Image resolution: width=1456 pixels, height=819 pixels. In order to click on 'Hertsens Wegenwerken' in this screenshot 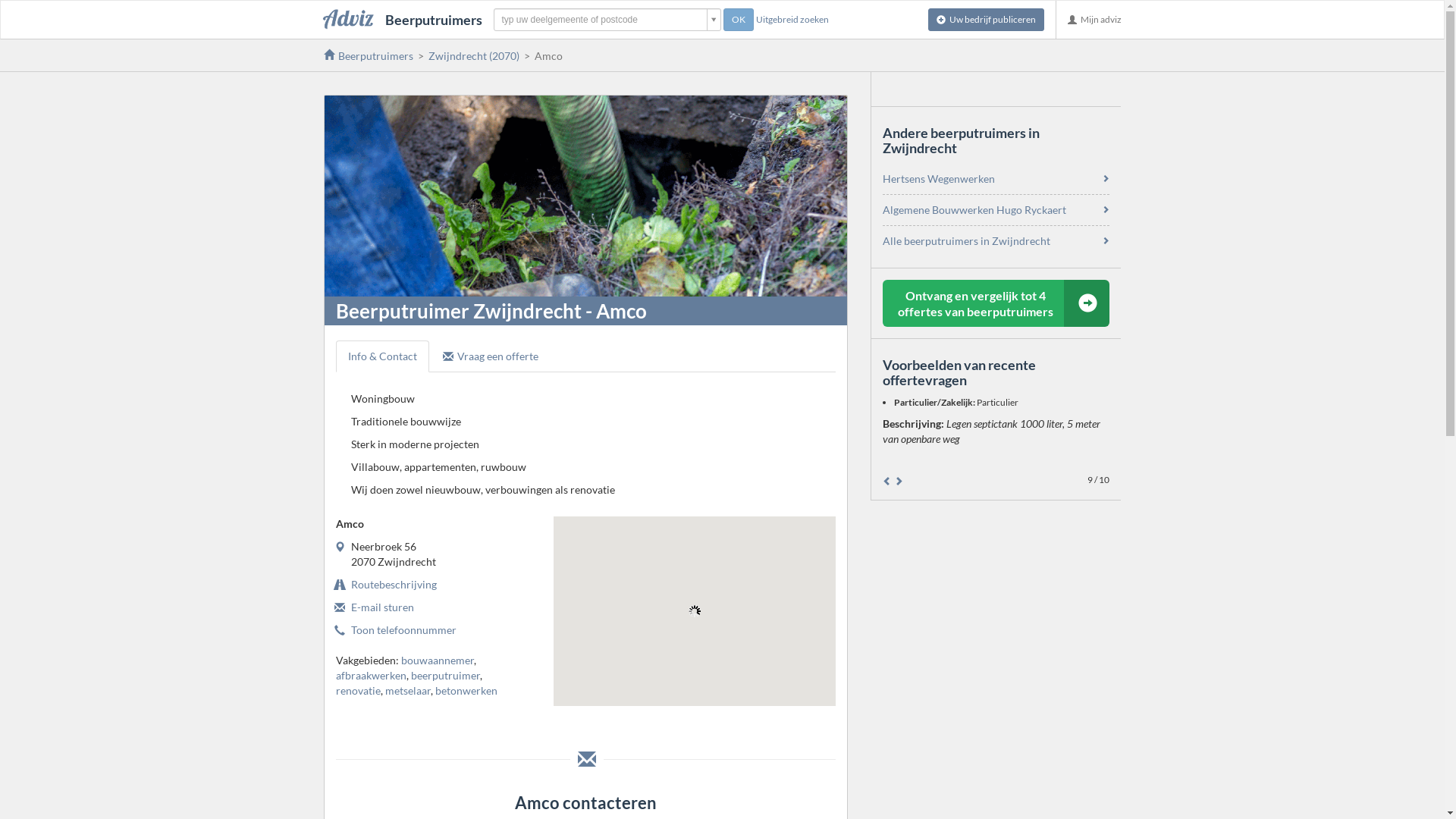, I will do `click(938, 177)`.